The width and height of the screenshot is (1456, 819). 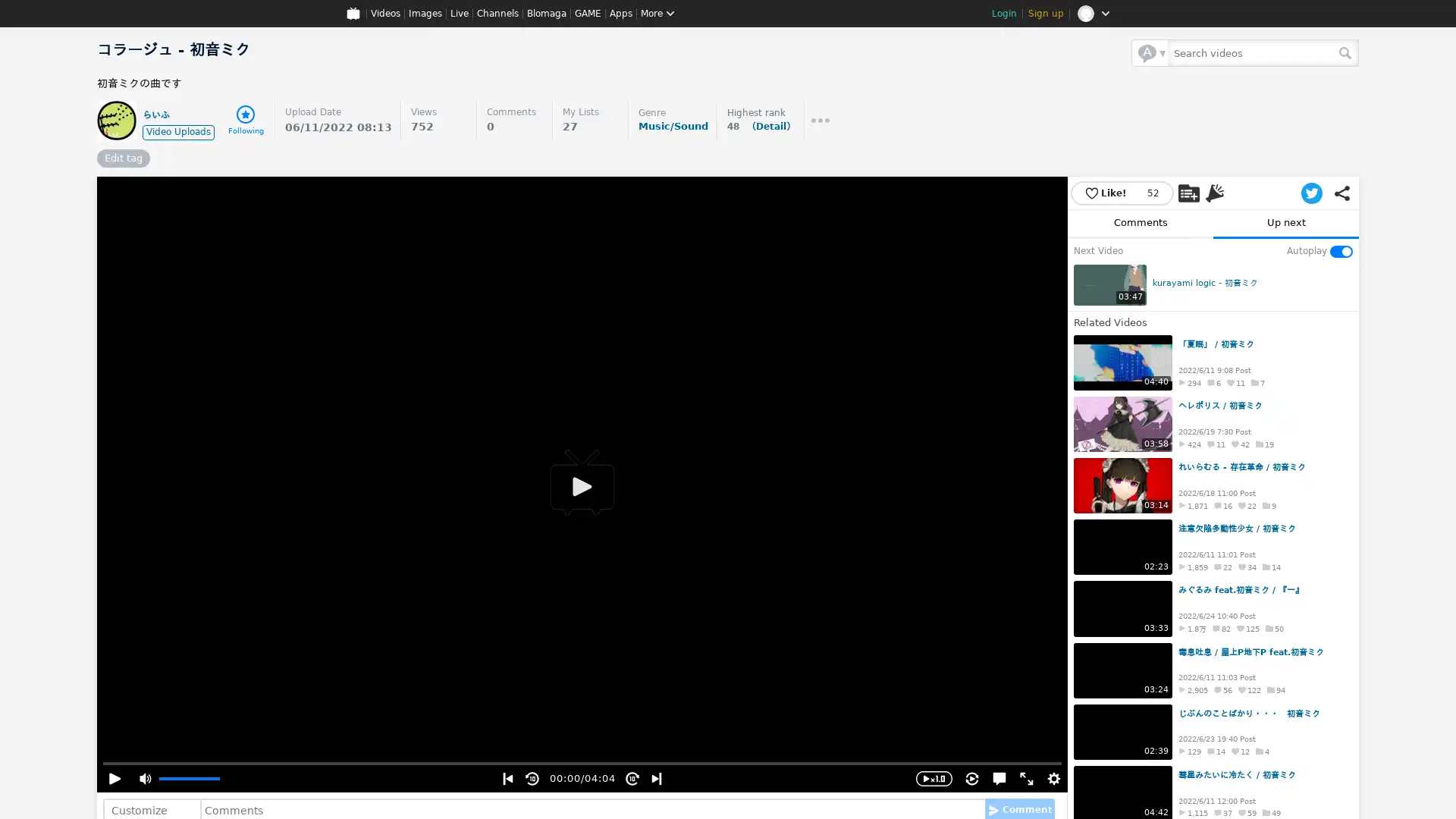 What do you see at coordinates (1026, 778) in the screenshot?
I see `Full Screen` at bounding box center [1026, 778].